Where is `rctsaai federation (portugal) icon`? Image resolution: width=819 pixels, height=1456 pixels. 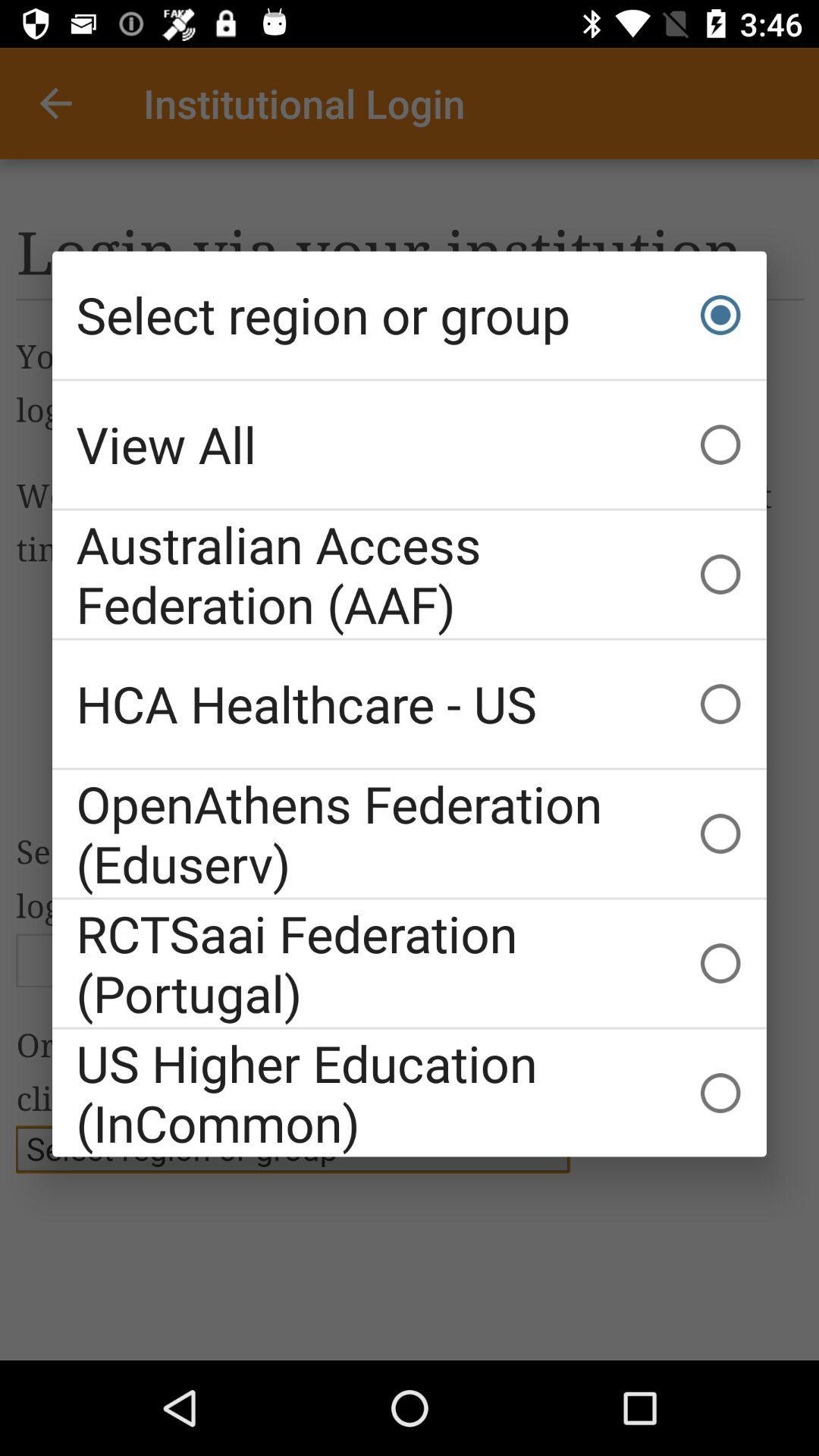 rctsaai federation (portugal) icon is located at coordinates (409, 962).